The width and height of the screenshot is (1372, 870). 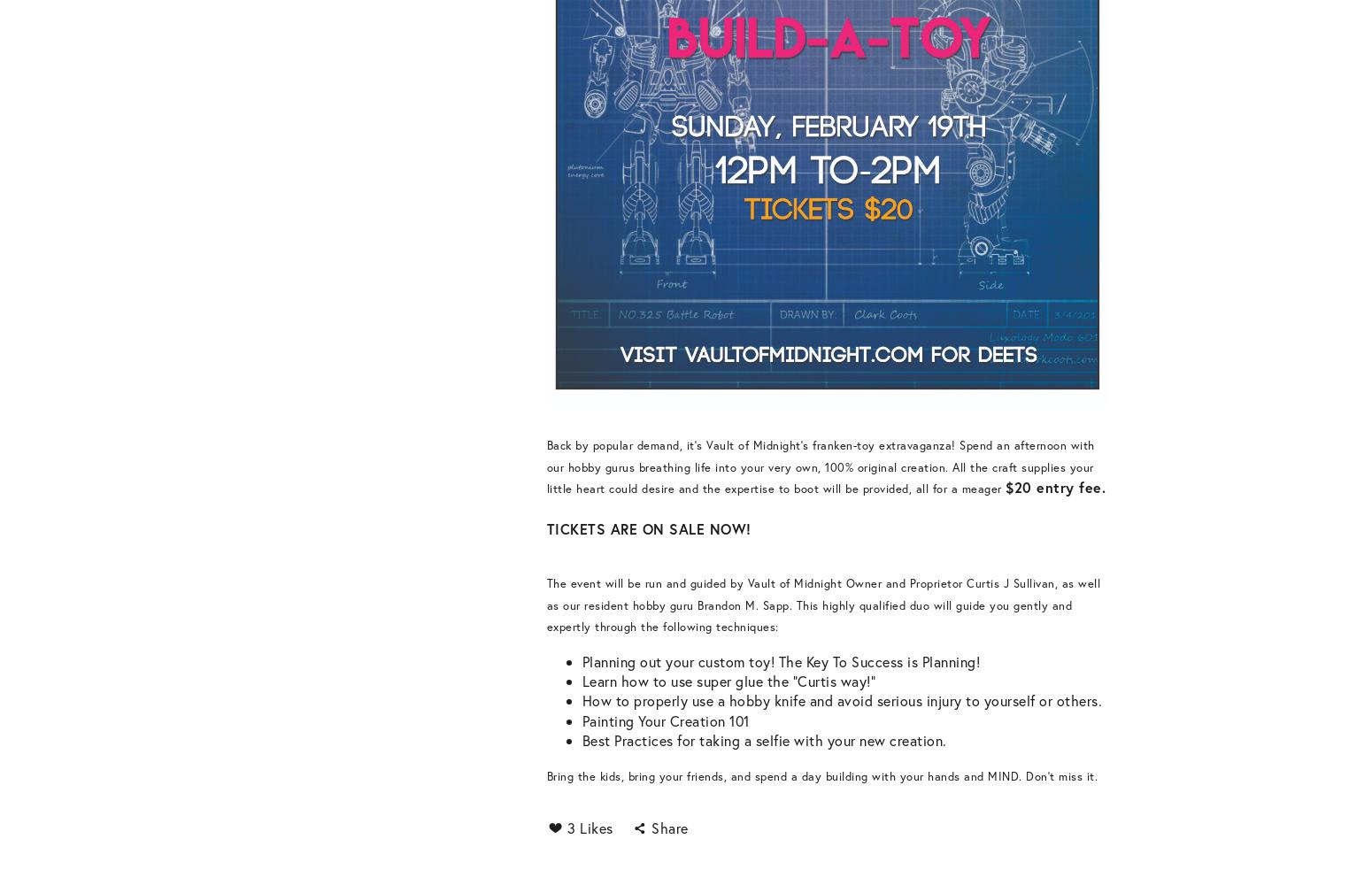 I want to click on 'The event will be run and guided by Vault of Midnight Owner and Proprietor Curtis J Sullivan, as well as our resident hobby guru Brandon M. Sapp. This highly qualified duo will guide you gently and expertly through the following techniques:', so click(x=823, y=604).